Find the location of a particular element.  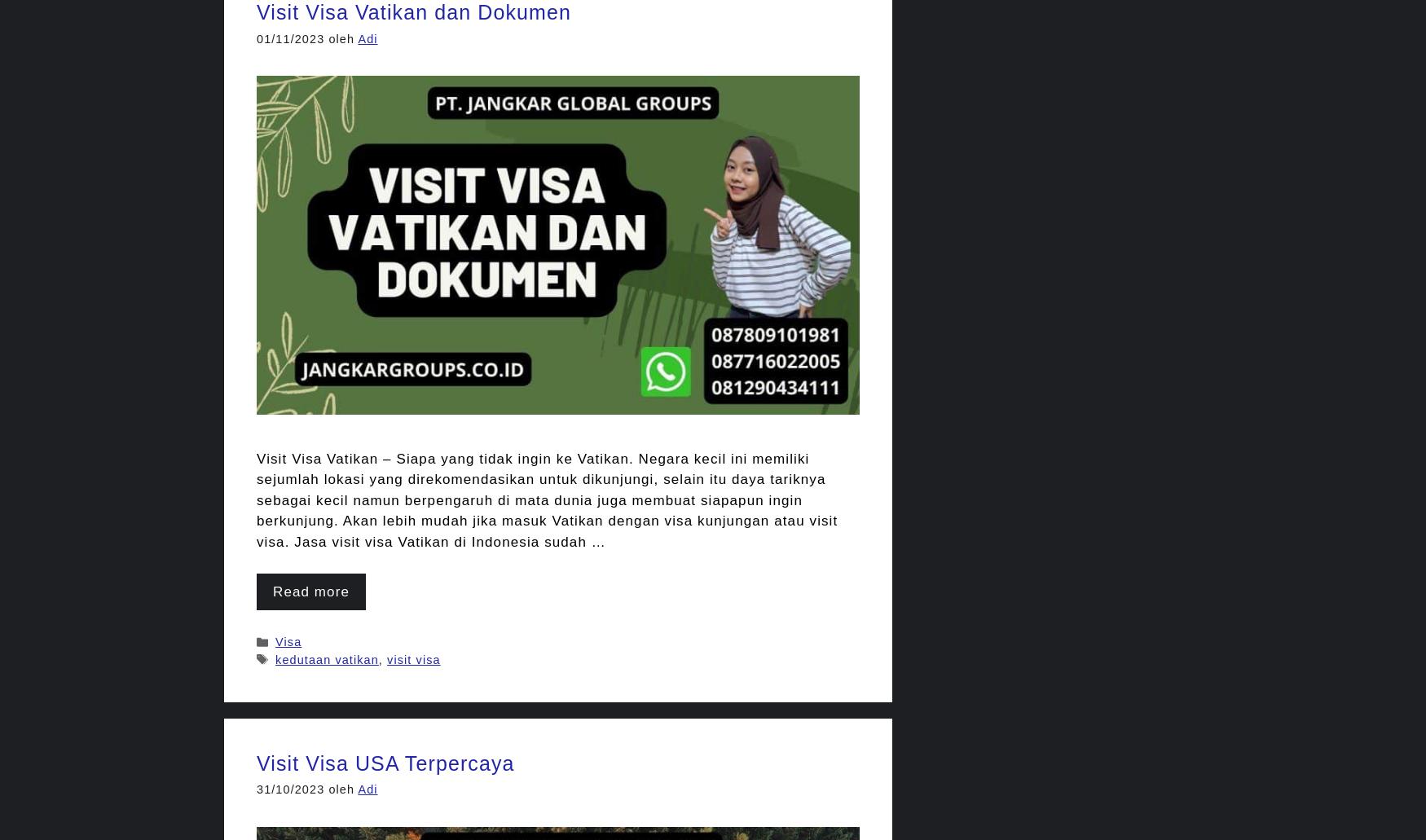

'31/10/2023' is located at coordinates (290, 788).